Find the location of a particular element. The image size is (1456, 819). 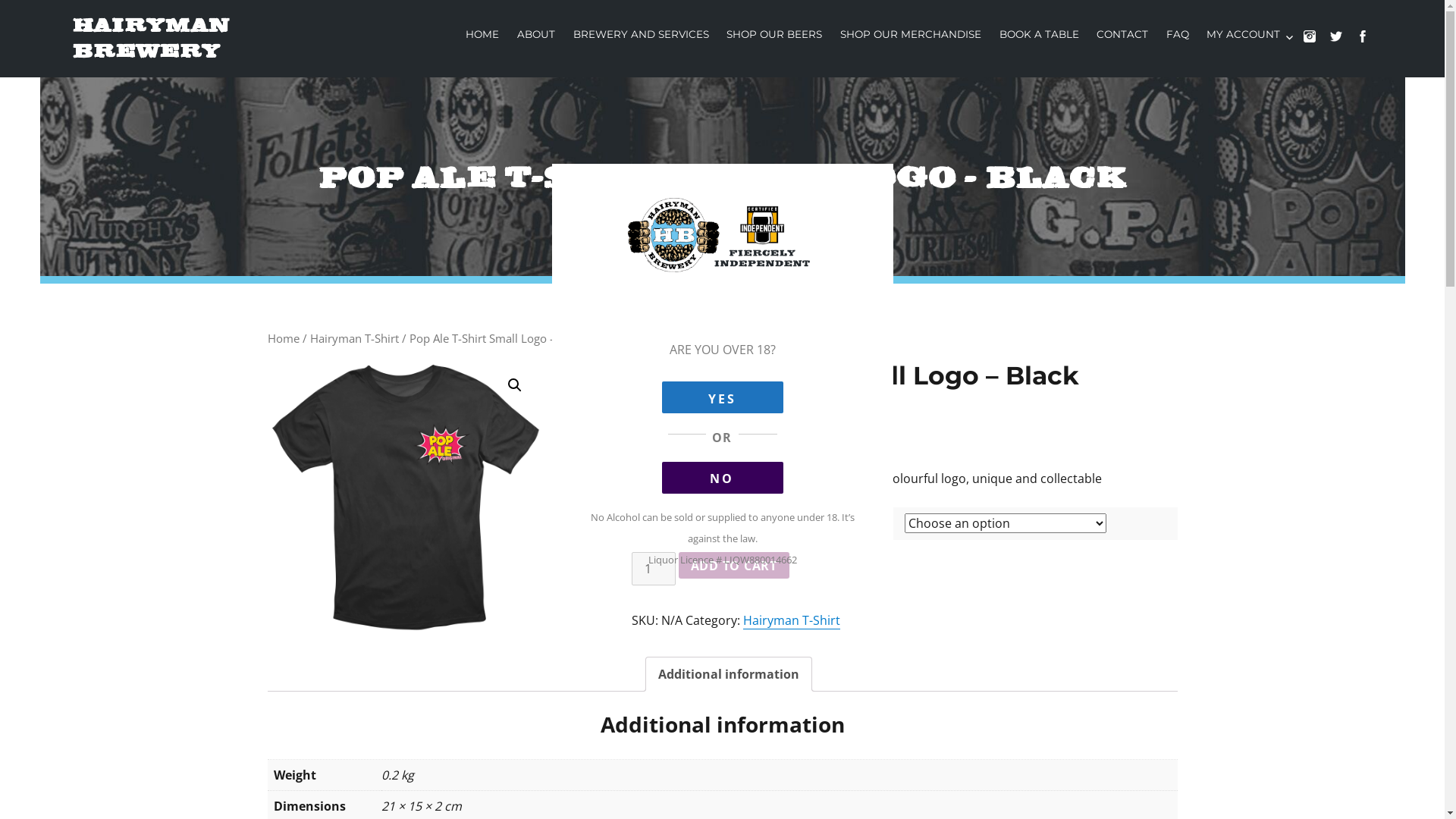

'SHOP OUR BEERS' is located at coordinates (774, 34).